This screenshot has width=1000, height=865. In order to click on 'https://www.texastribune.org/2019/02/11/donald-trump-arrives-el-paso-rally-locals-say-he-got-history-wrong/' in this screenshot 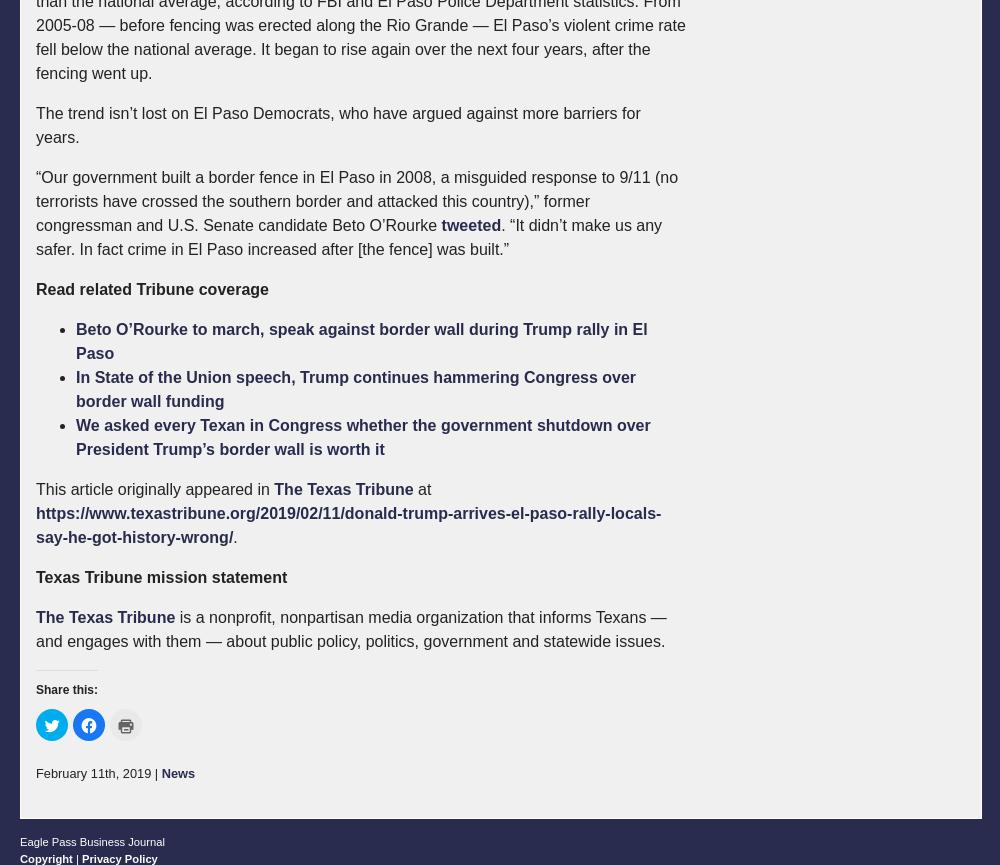, I will do `click(347, 524)`.